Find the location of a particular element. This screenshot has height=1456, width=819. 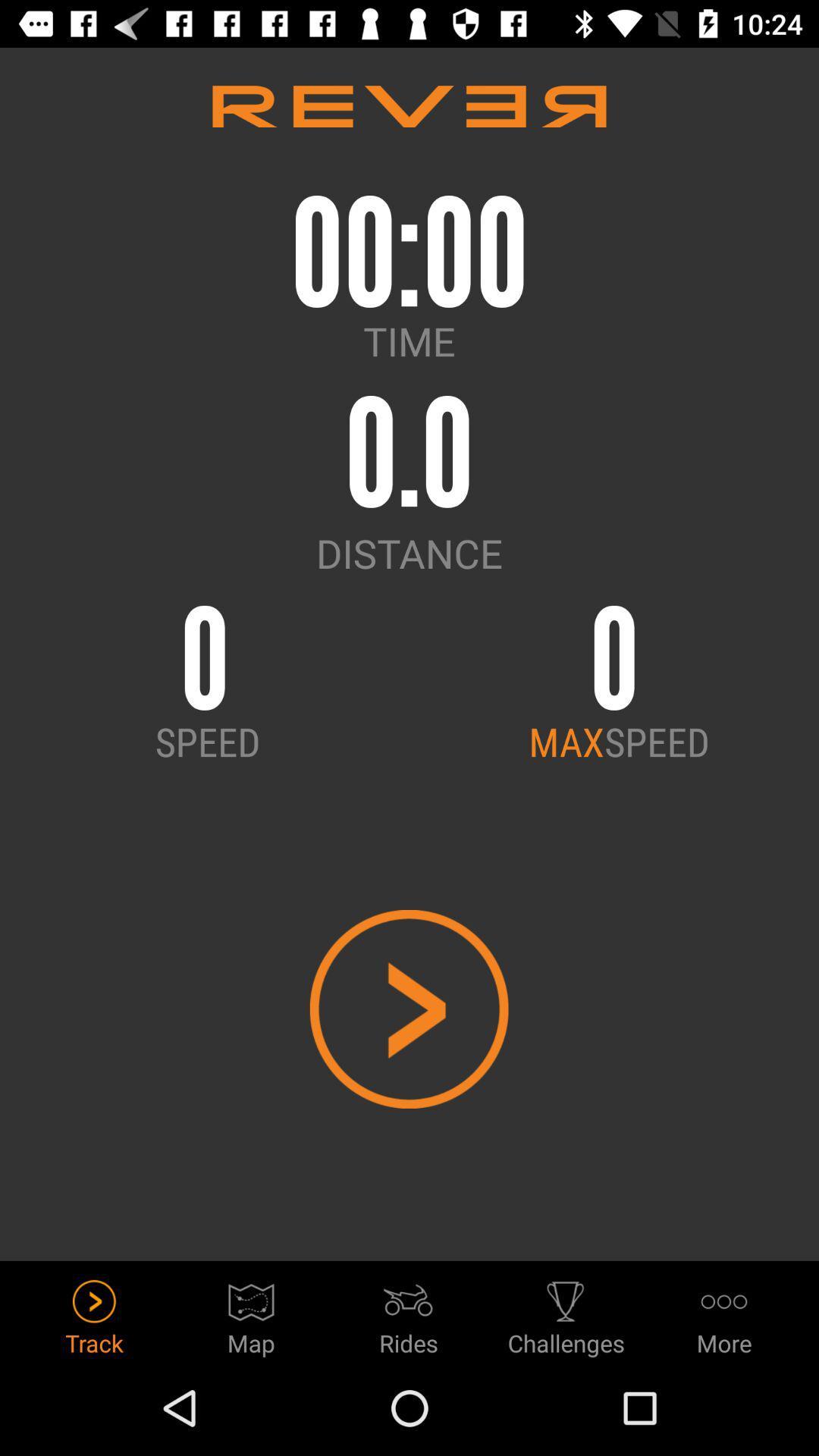

the icon next to the map item is located at coordinates (408, 1313).